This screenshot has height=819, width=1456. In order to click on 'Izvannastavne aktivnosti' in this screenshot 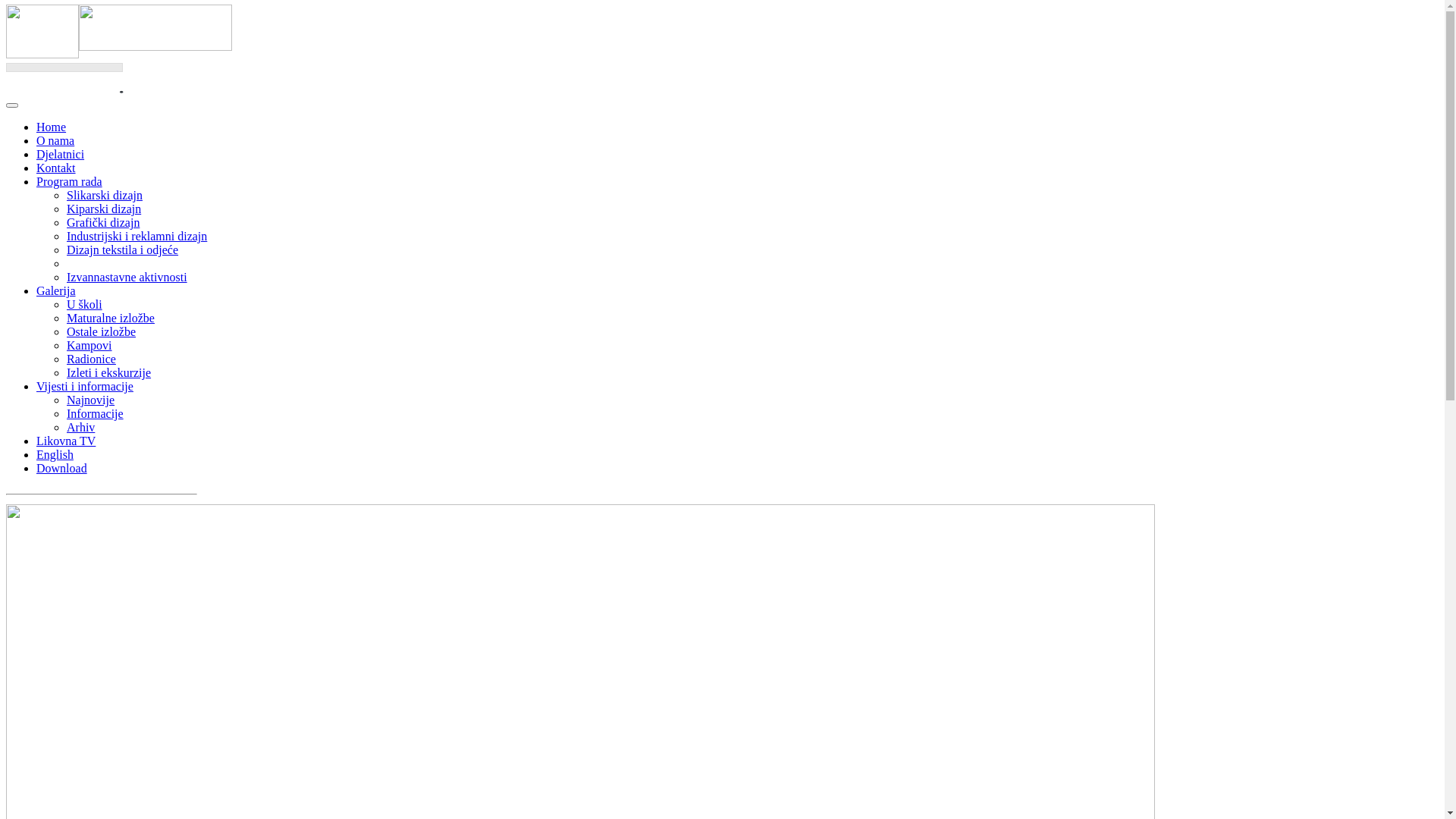, I will do `click(65, 277)`.